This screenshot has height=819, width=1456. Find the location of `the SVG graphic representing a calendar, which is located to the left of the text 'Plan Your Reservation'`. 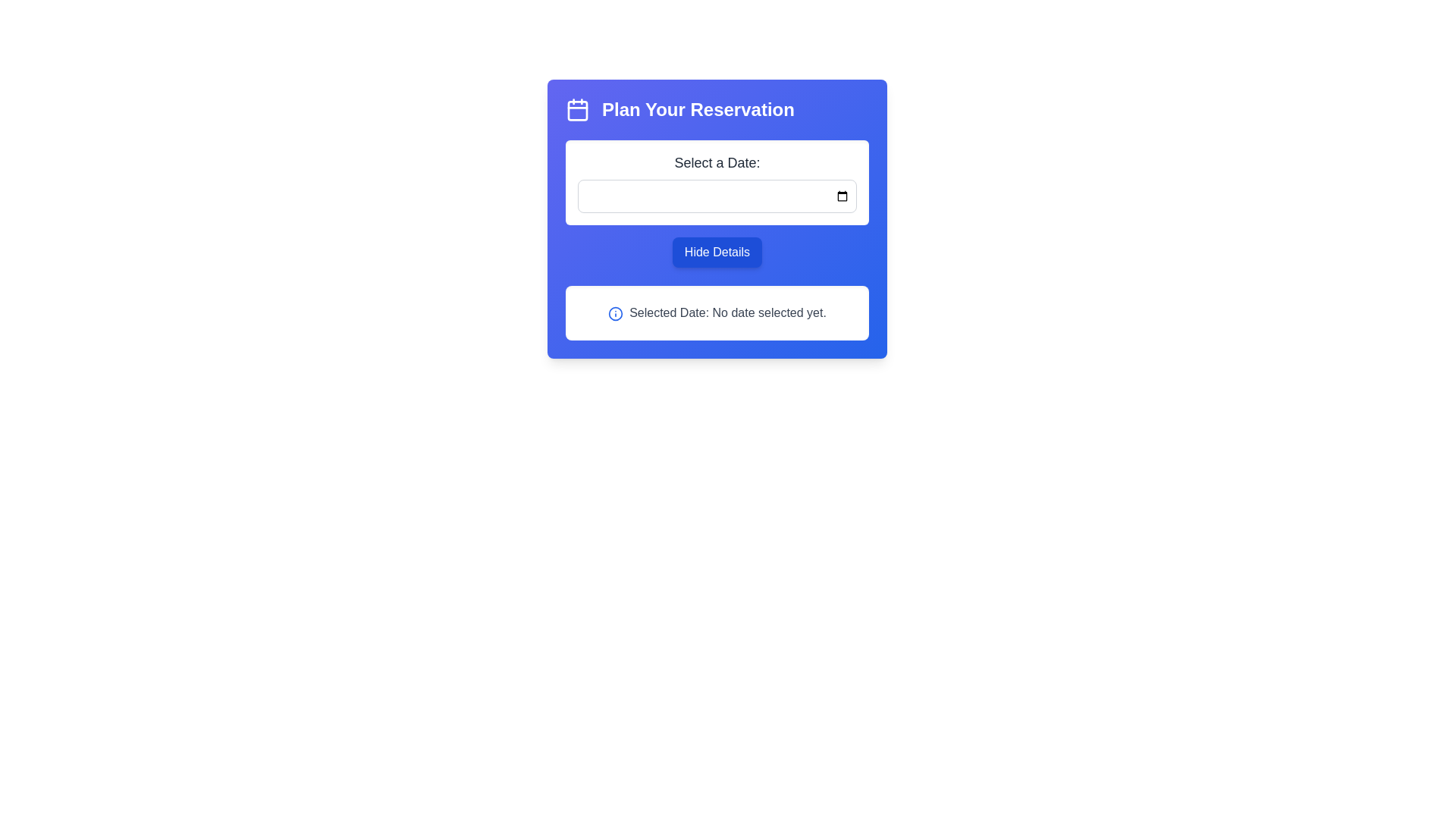

the SVG graphic representing a calendar, which is located to the left of the text 'Plan Your Reservation' is located at coordinates (577, 109).